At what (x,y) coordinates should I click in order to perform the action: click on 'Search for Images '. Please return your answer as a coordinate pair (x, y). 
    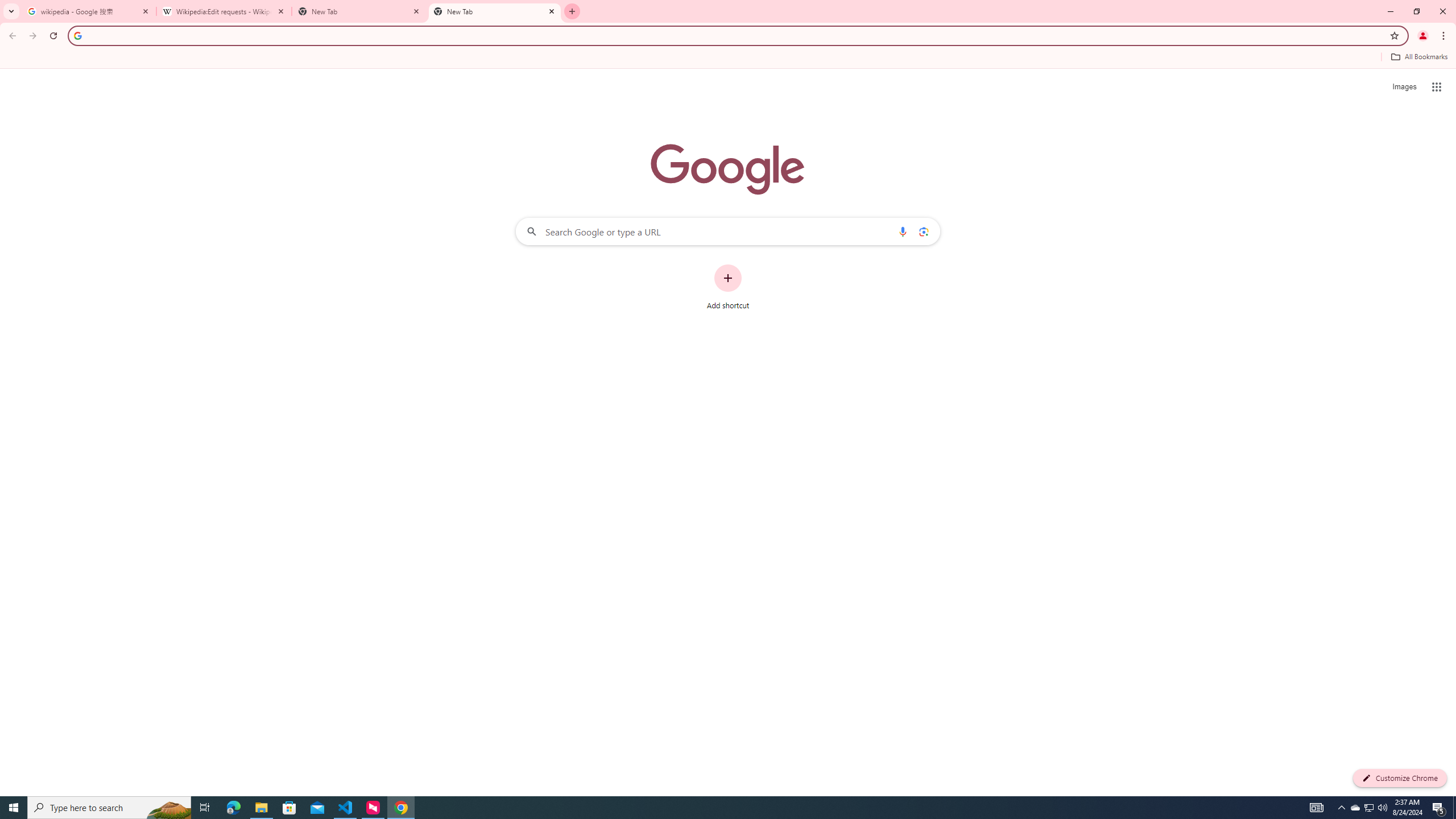
    Looking at the image, I should click on (1404, 87).